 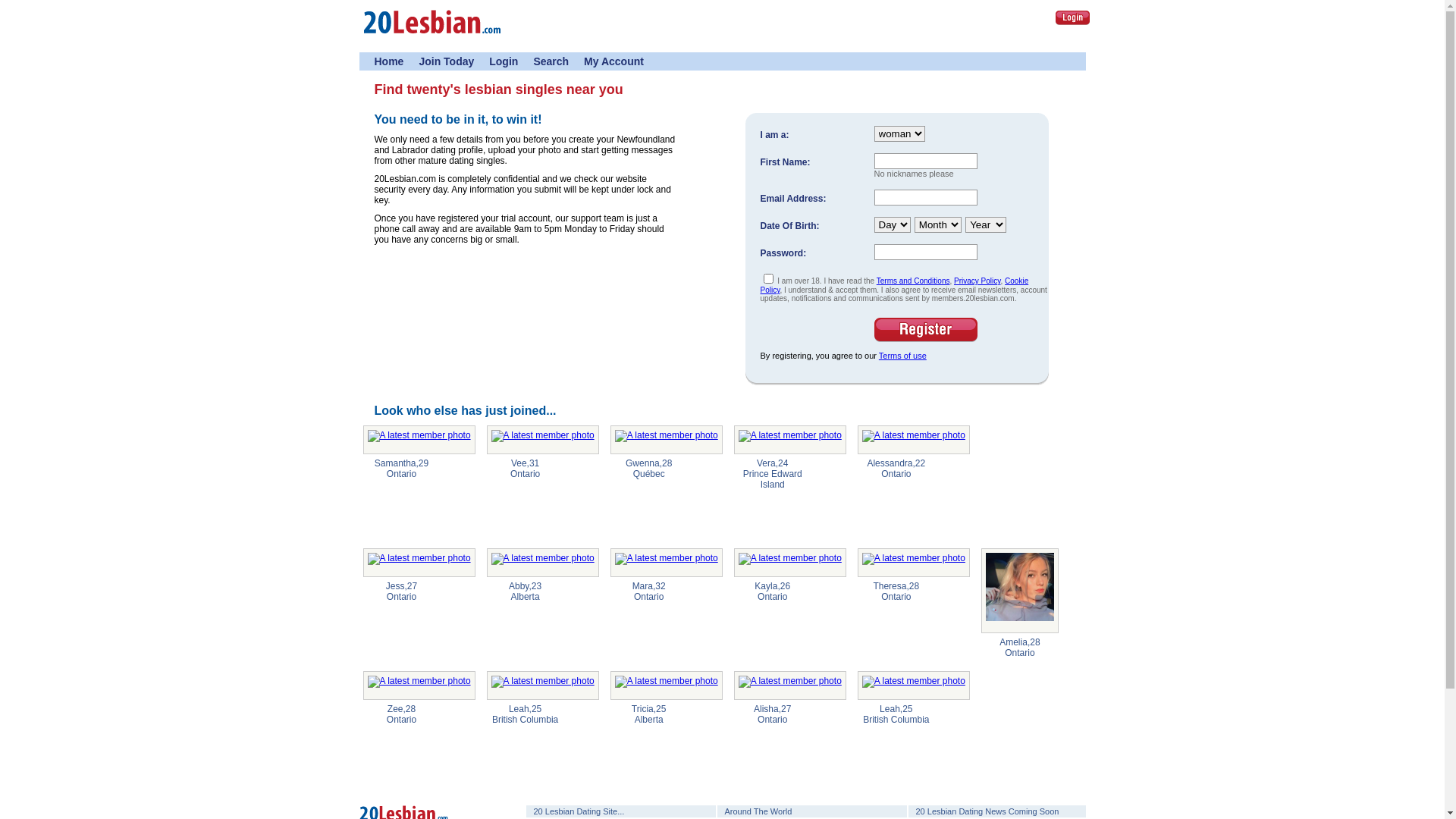 I want to click on 'Search', so click(x=550, y=61).